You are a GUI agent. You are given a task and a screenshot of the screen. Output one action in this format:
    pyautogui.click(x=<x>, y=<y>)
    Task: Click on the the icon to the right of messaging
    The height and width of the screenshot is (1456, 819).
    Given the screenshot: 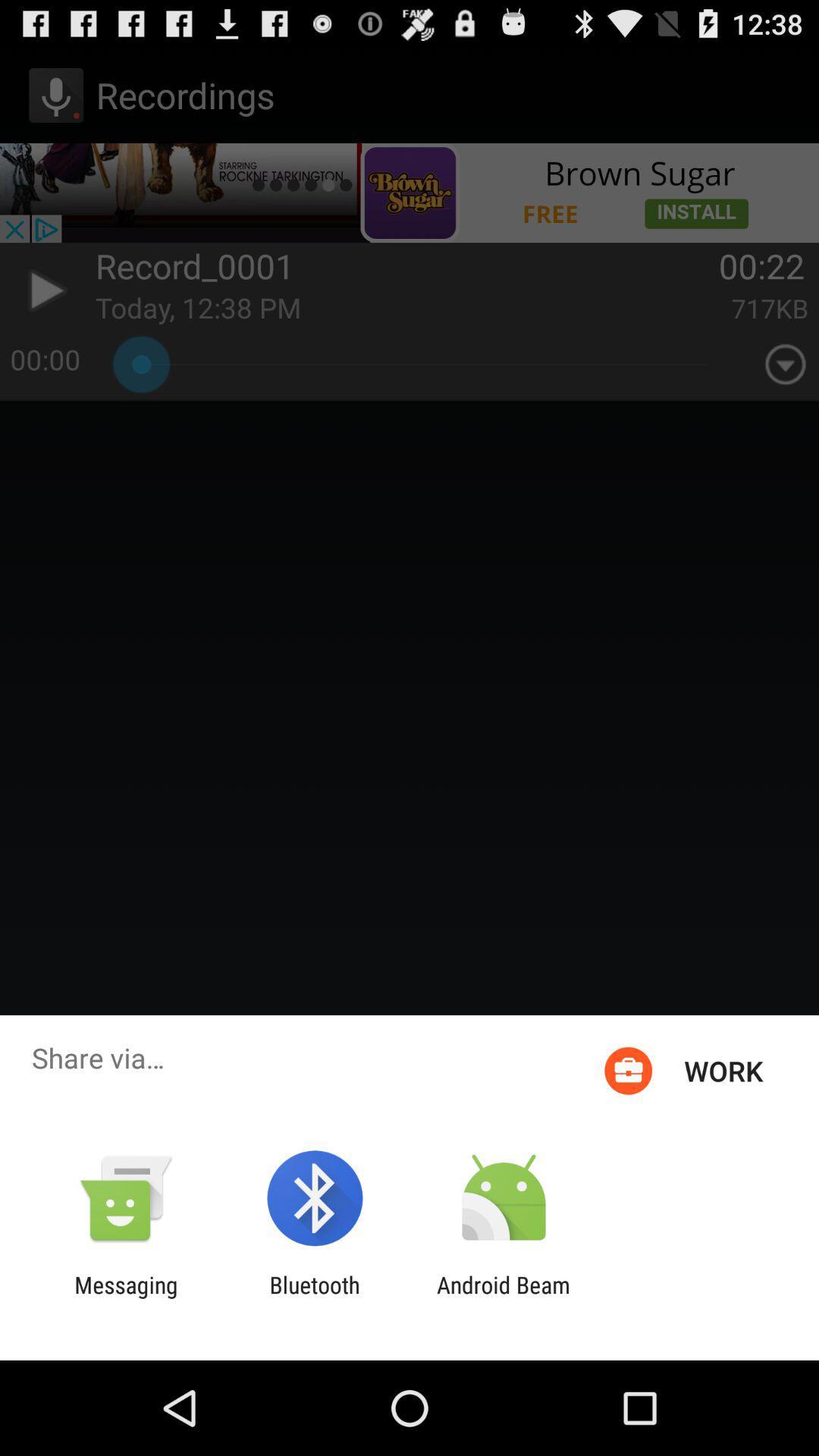 What is the action you would take?
    pyautogui.click(x=314, y=1298)
    